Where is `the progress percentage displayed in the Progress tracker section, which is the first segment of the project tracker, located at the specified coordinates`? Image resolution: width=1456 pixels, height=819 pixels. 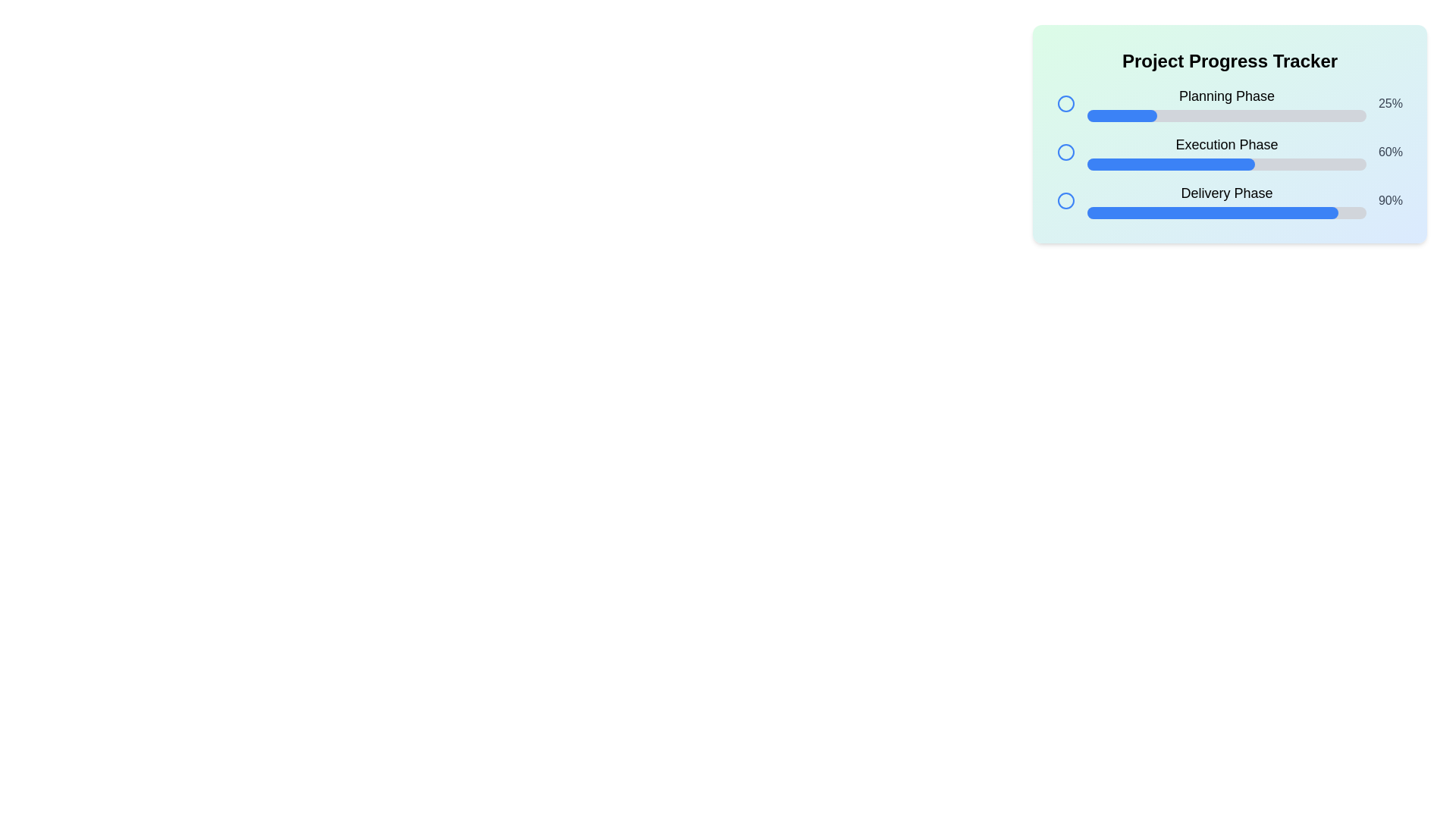 the progress percentage displayed in the Progress tracker section, which is the first segment of the project tracker, located at the specified coordinates is located at coordinates (1230, 103).